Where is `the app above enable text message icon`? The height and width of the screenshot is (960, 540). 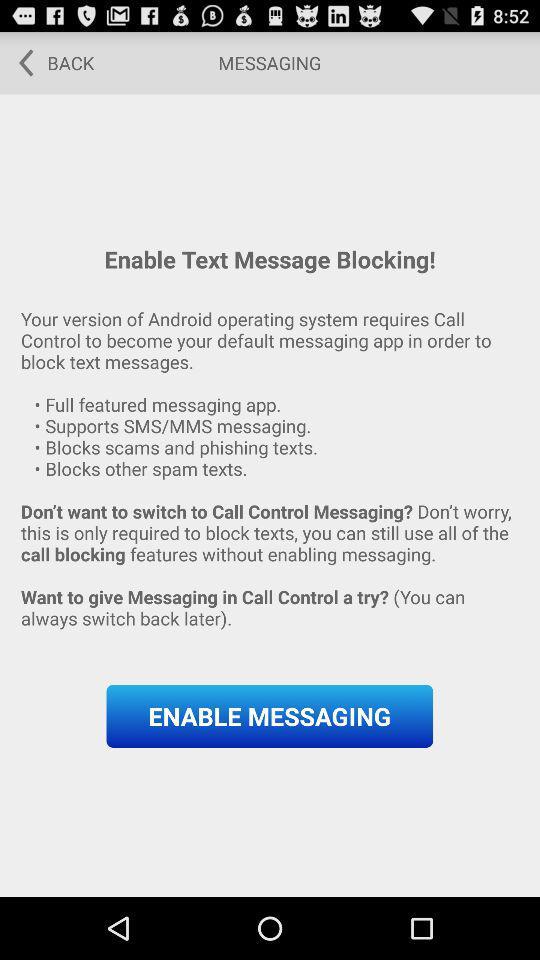
the app above enable text message icon is located at coordinates (49, 62).